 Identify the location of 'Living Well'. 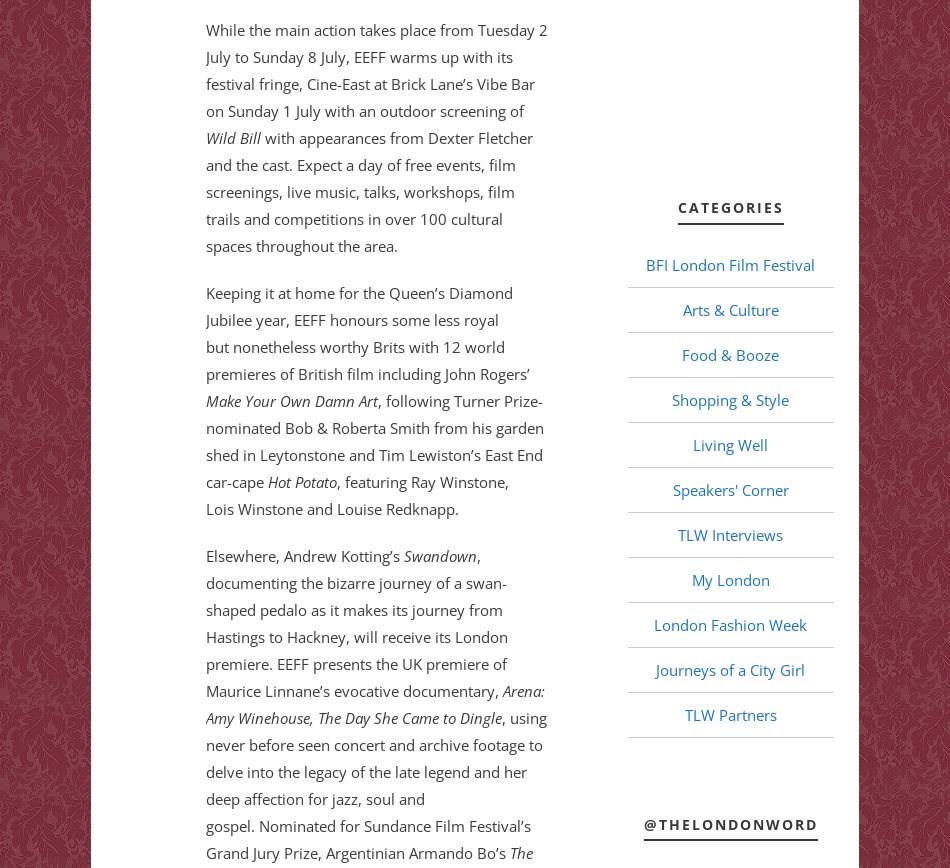
(729, 443).